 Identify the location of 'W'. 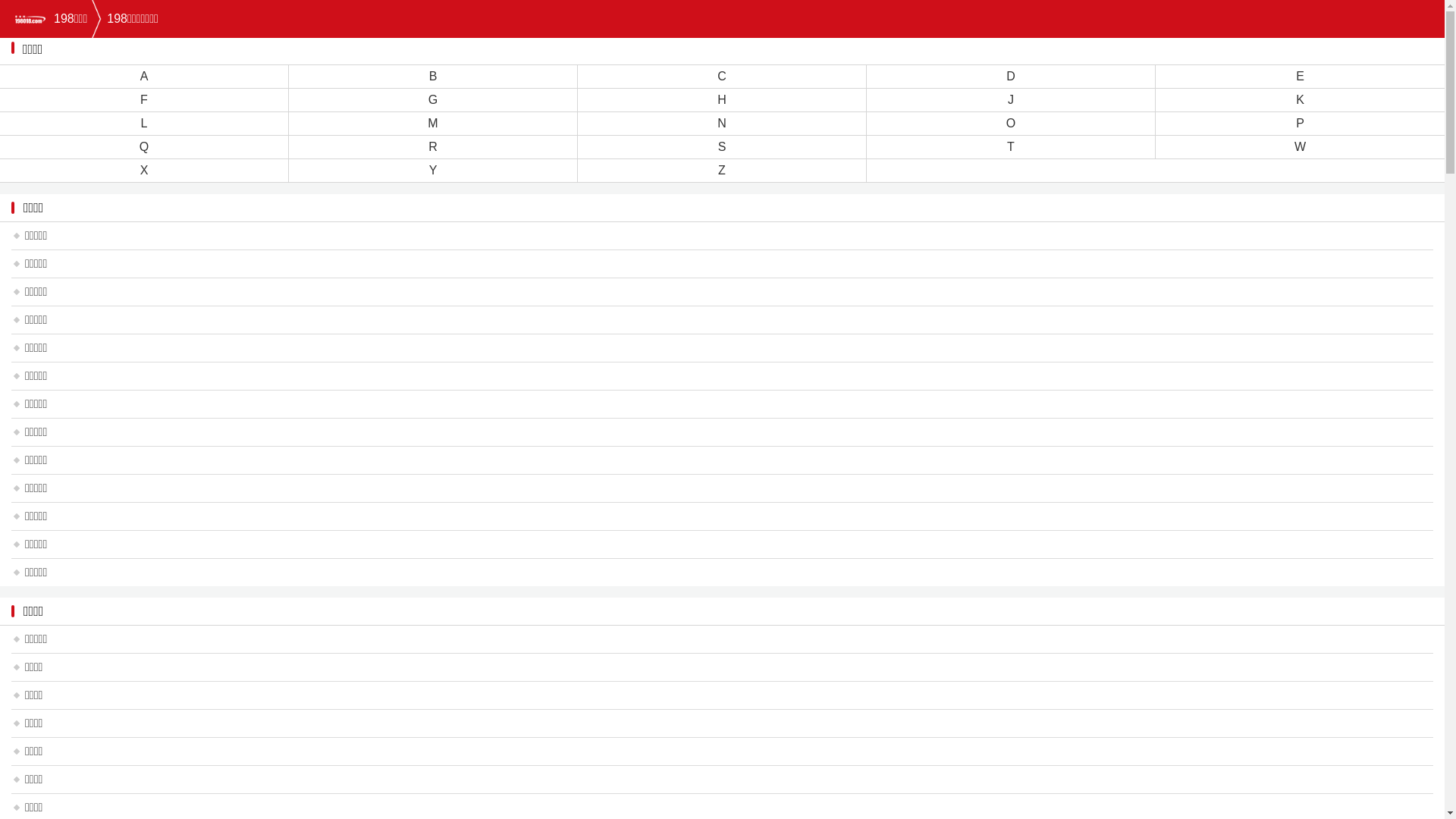
(1299, 146).